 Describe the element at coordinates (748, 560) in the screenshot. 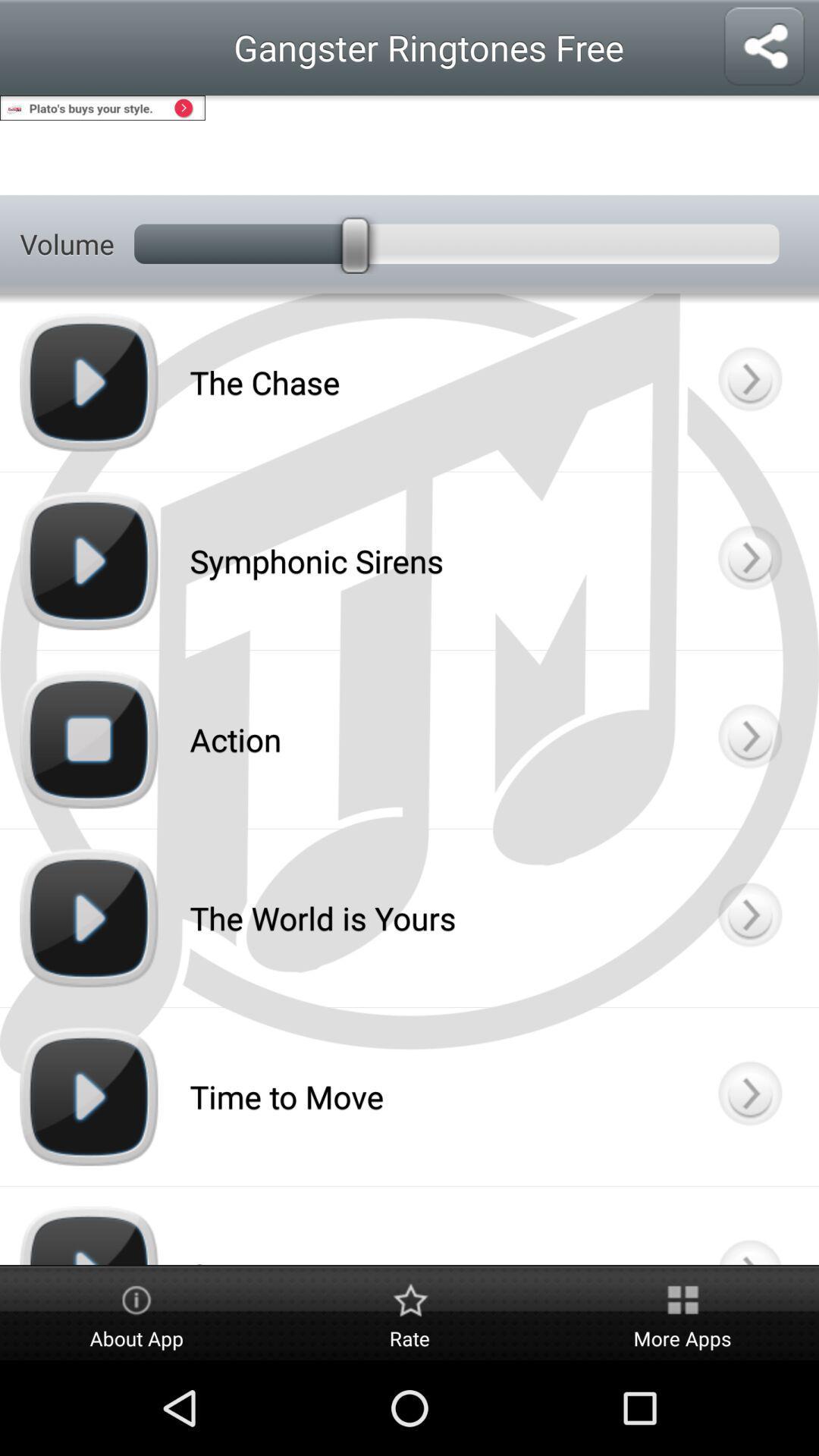

I see `forward` at that location.